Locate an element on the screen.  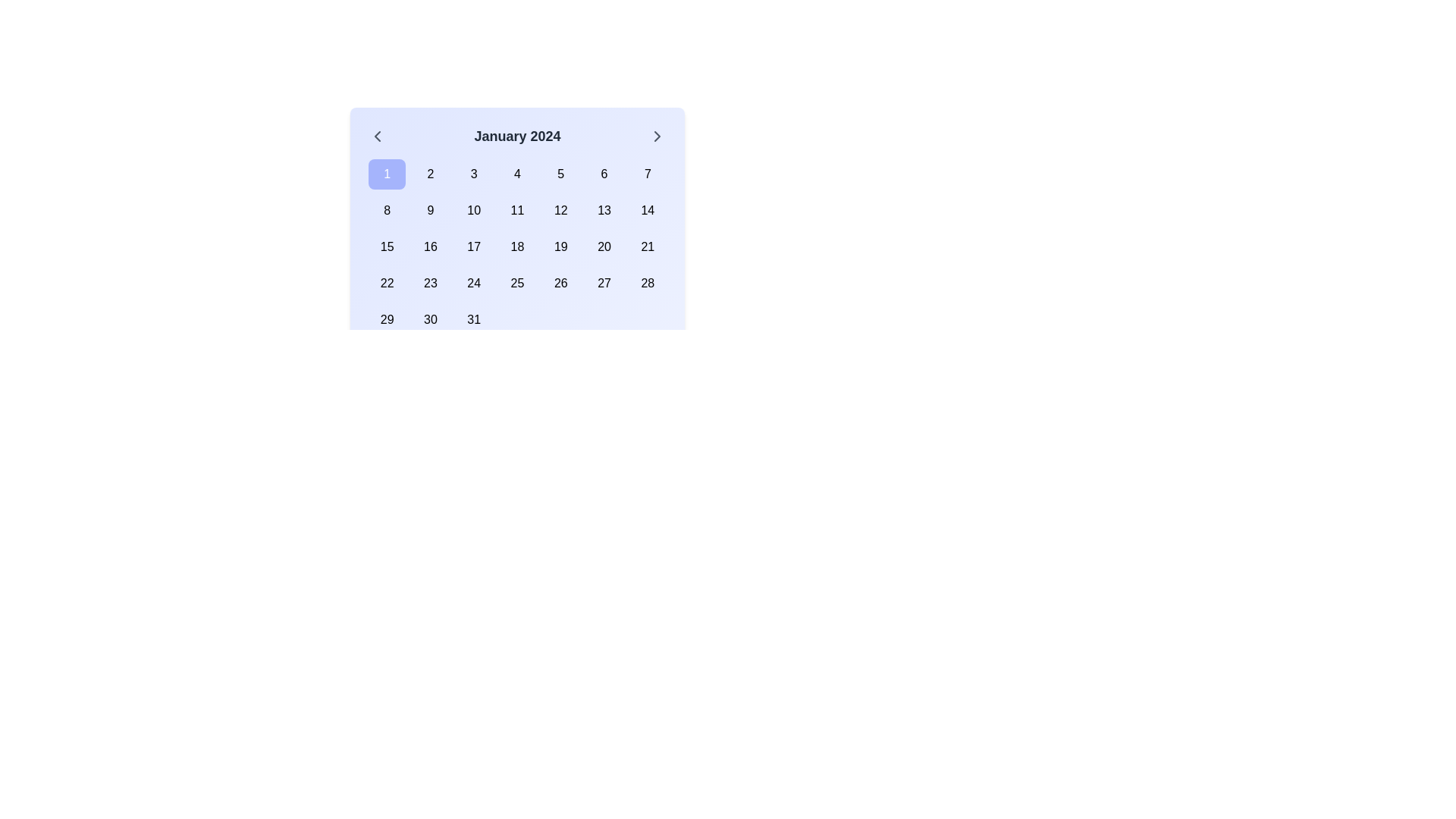
the text-based button displaying the number '24' in the calendar grid is located at coordinates (472, 284).